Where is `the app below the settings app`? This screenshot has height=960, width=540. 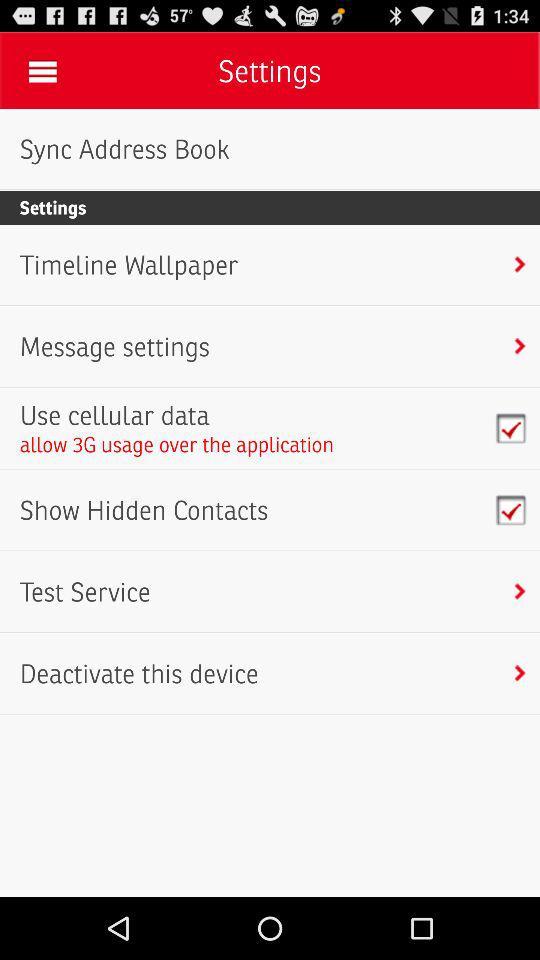
the app below the settings app is located at coordinates (129, 264).